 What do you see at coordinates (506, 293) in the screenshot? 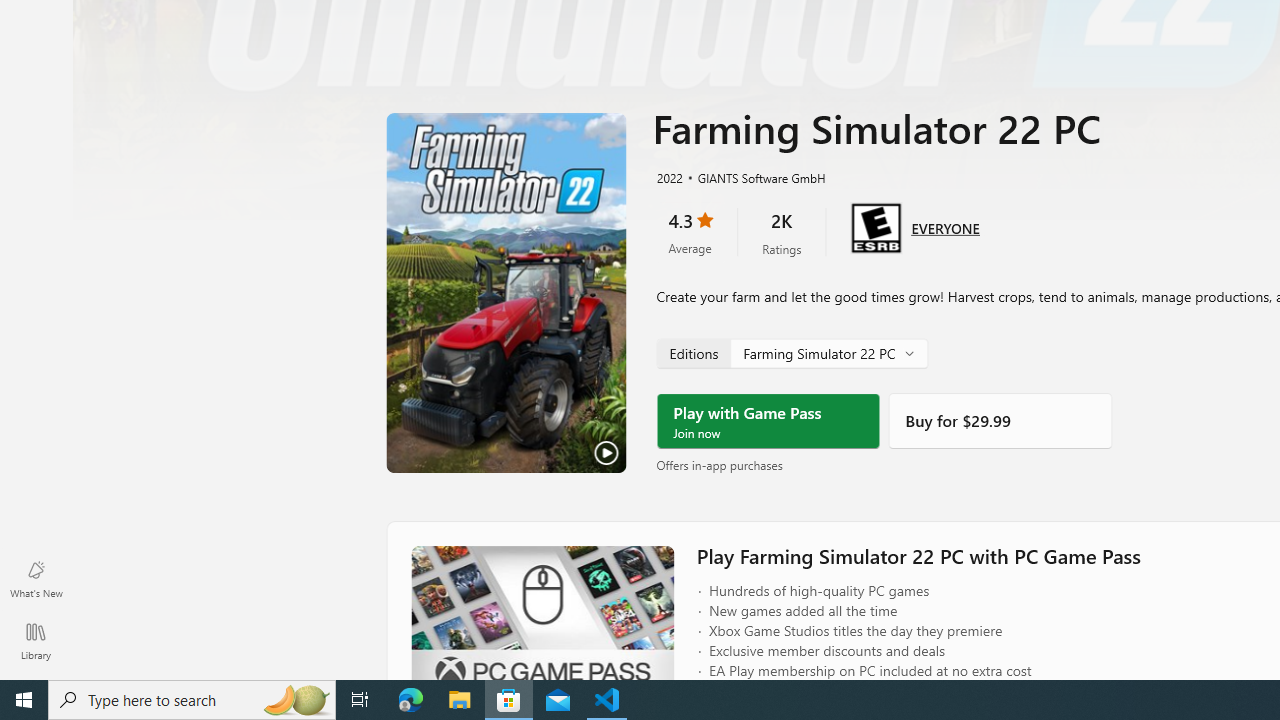
I see `'Play Trailer'` at bounding box center [506, 293].